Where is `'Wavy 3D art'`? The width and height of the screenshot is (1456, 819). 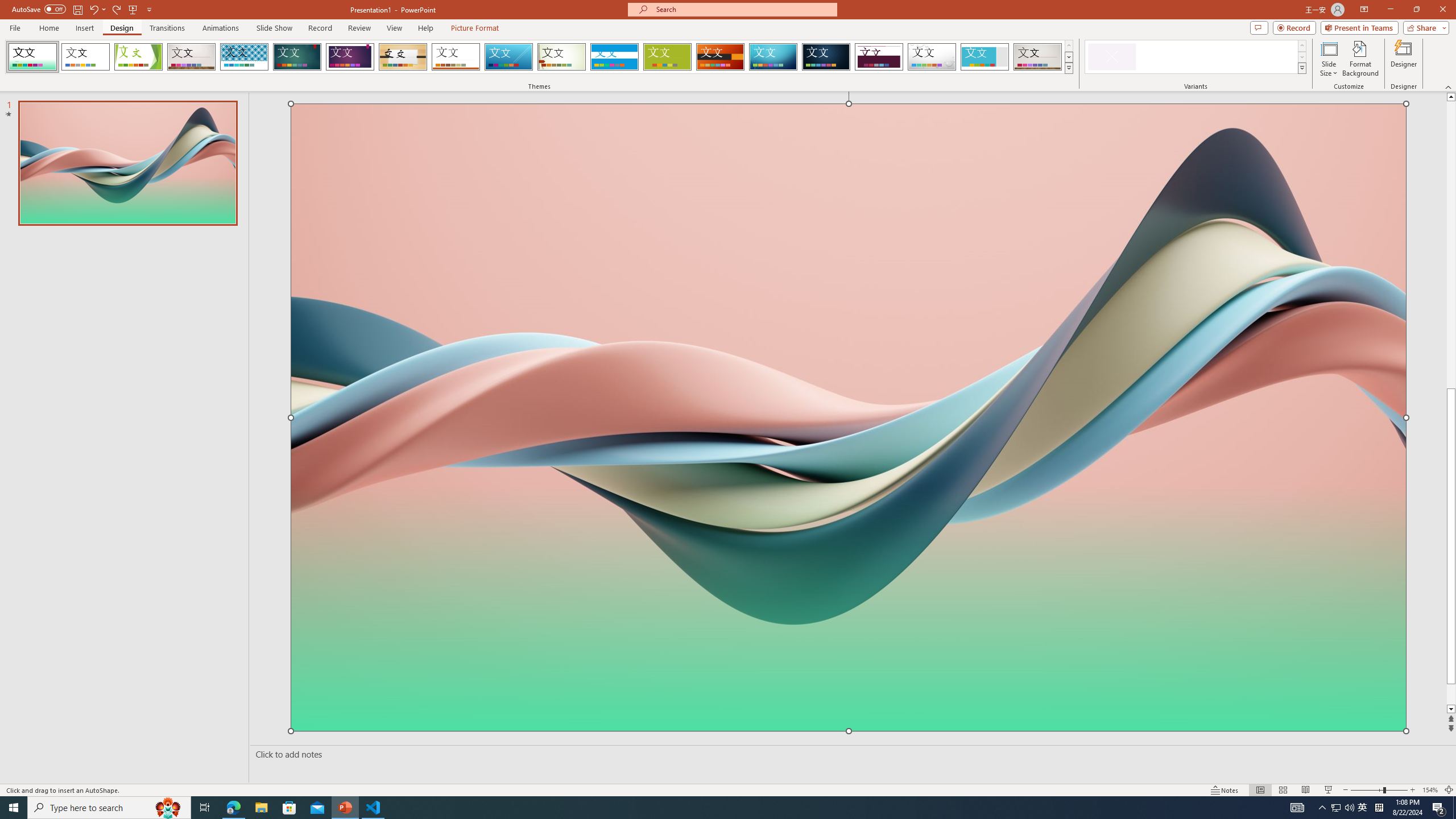
'Wavy 3D art' is located at coordinates (848, 416).